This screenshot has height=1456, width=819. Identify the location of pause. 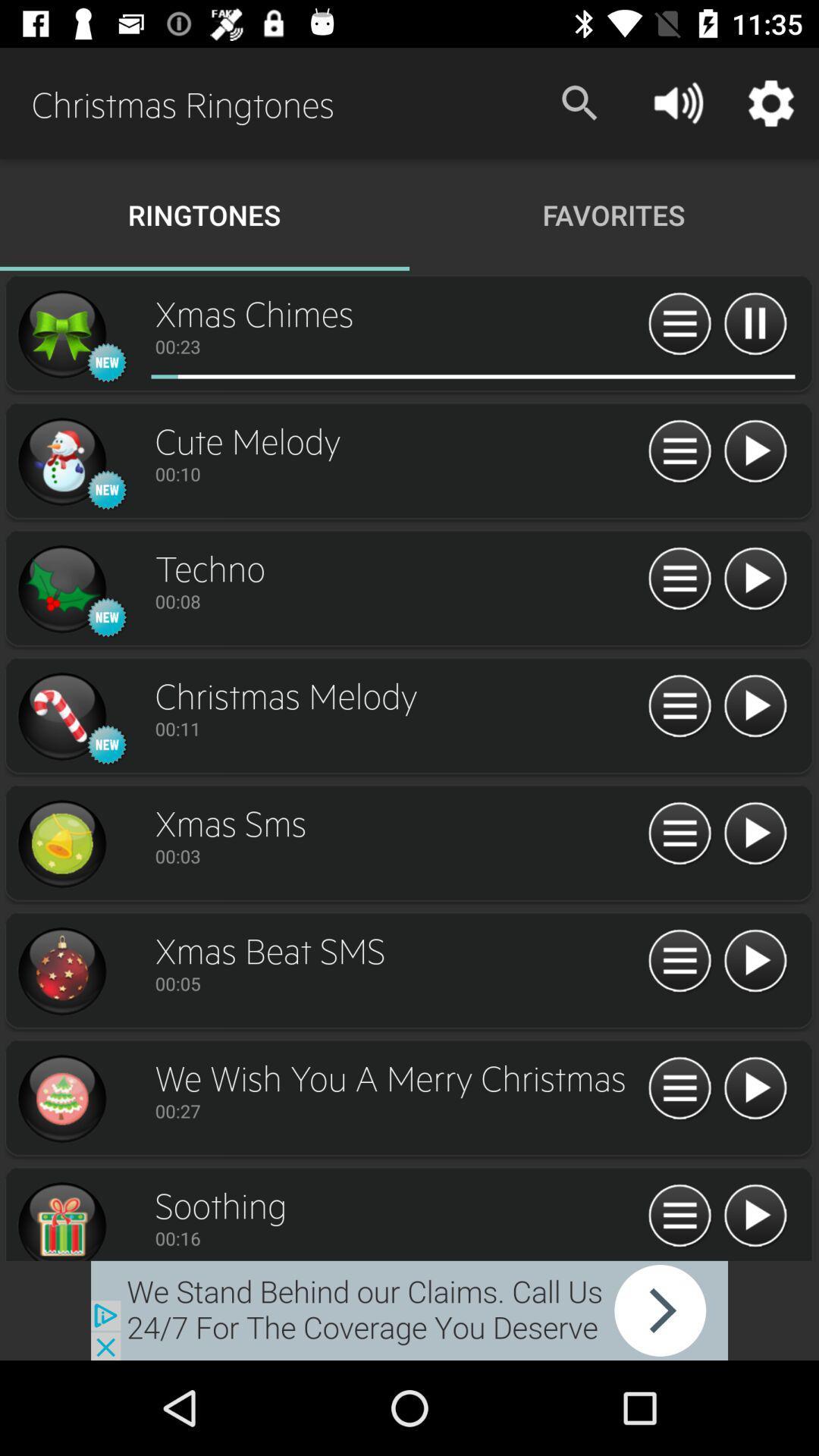
(755, 706).